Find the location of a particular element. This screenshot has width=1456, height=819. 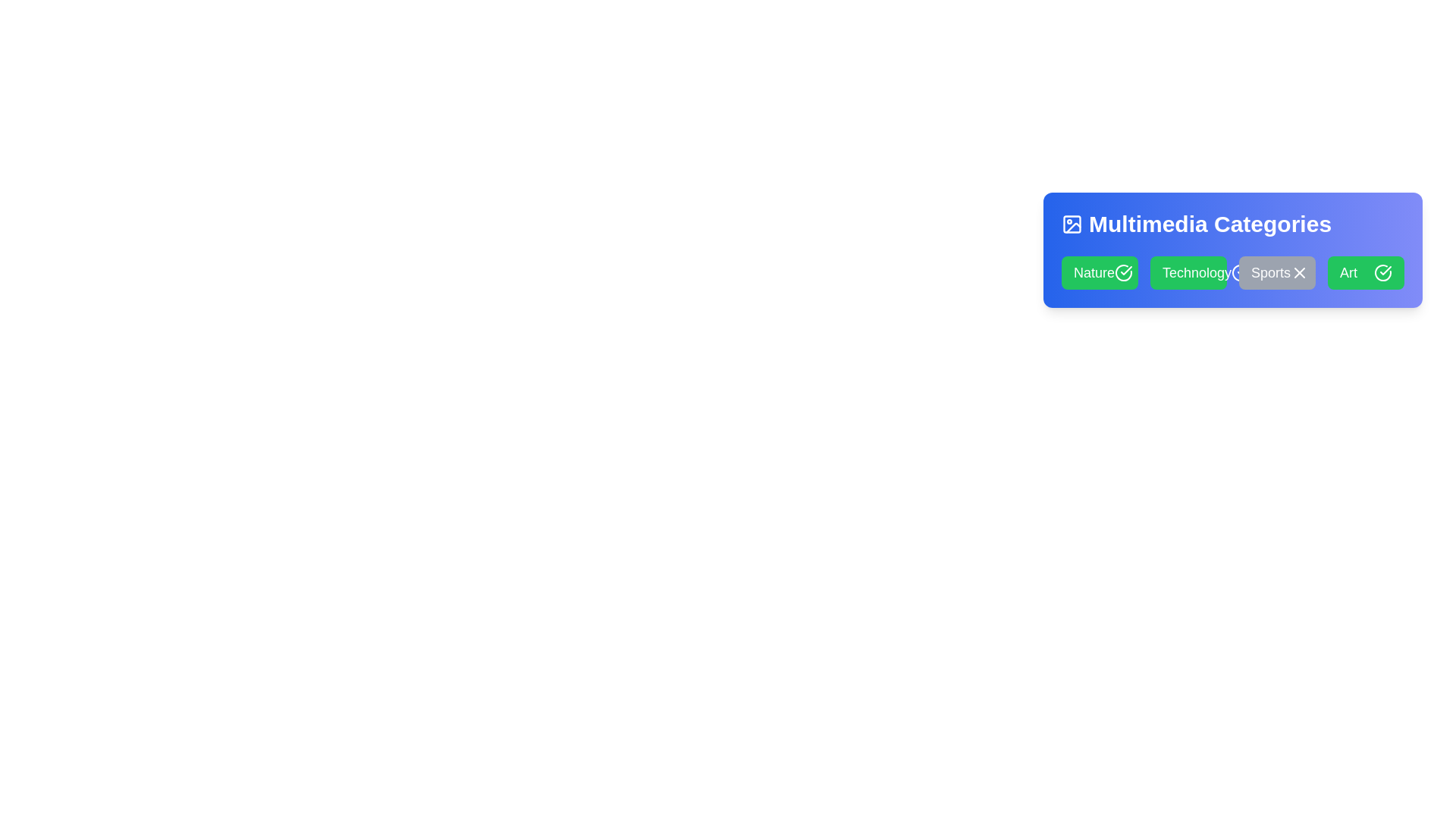

the checkmark icon inside the green circular background, which is part of the 'Art' button on the rightmost side of similar buttons is located at coordinates (1126, 270).